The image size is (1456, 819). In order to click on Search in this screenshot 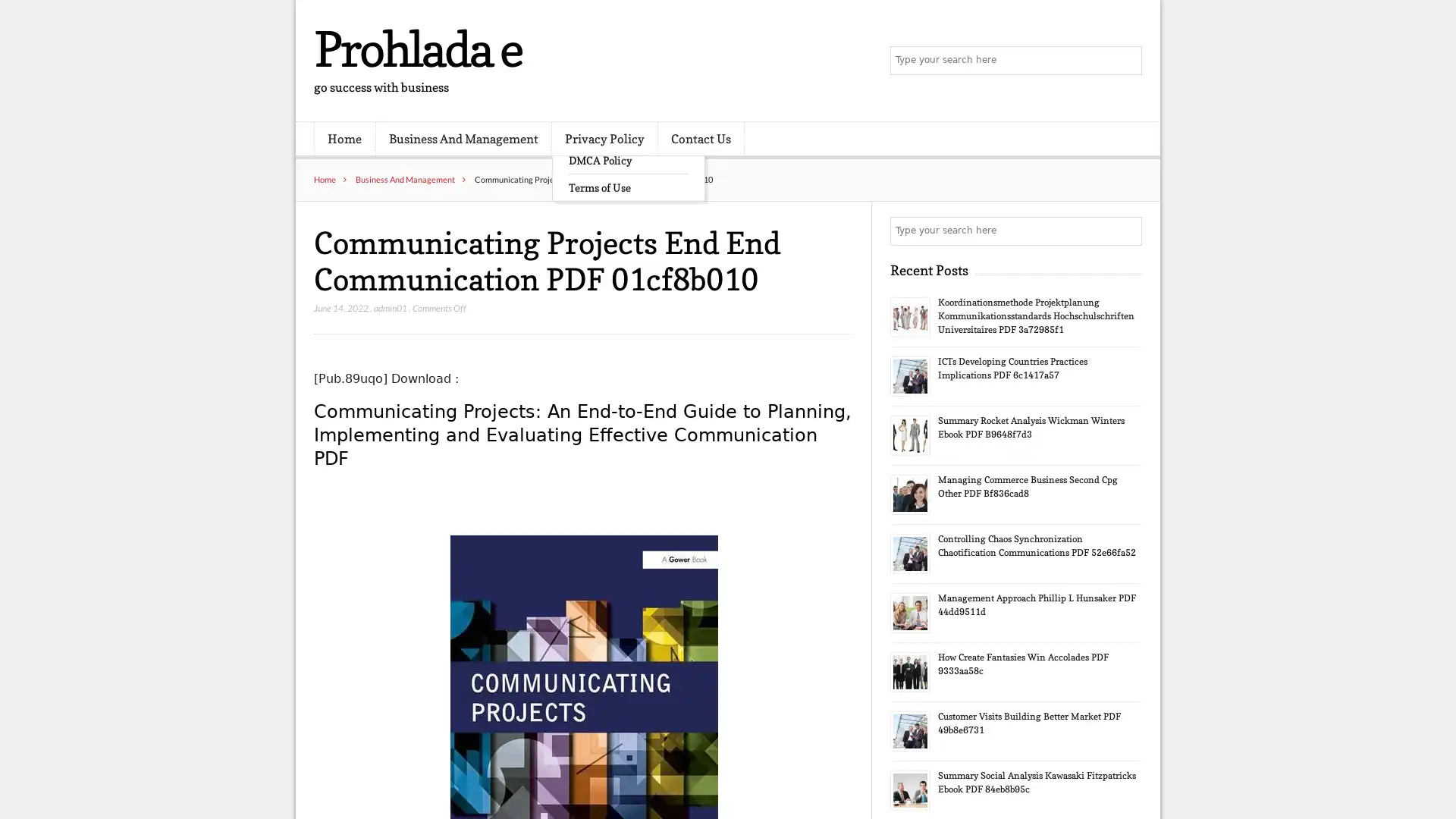, I will do `click(1126, 61)`.